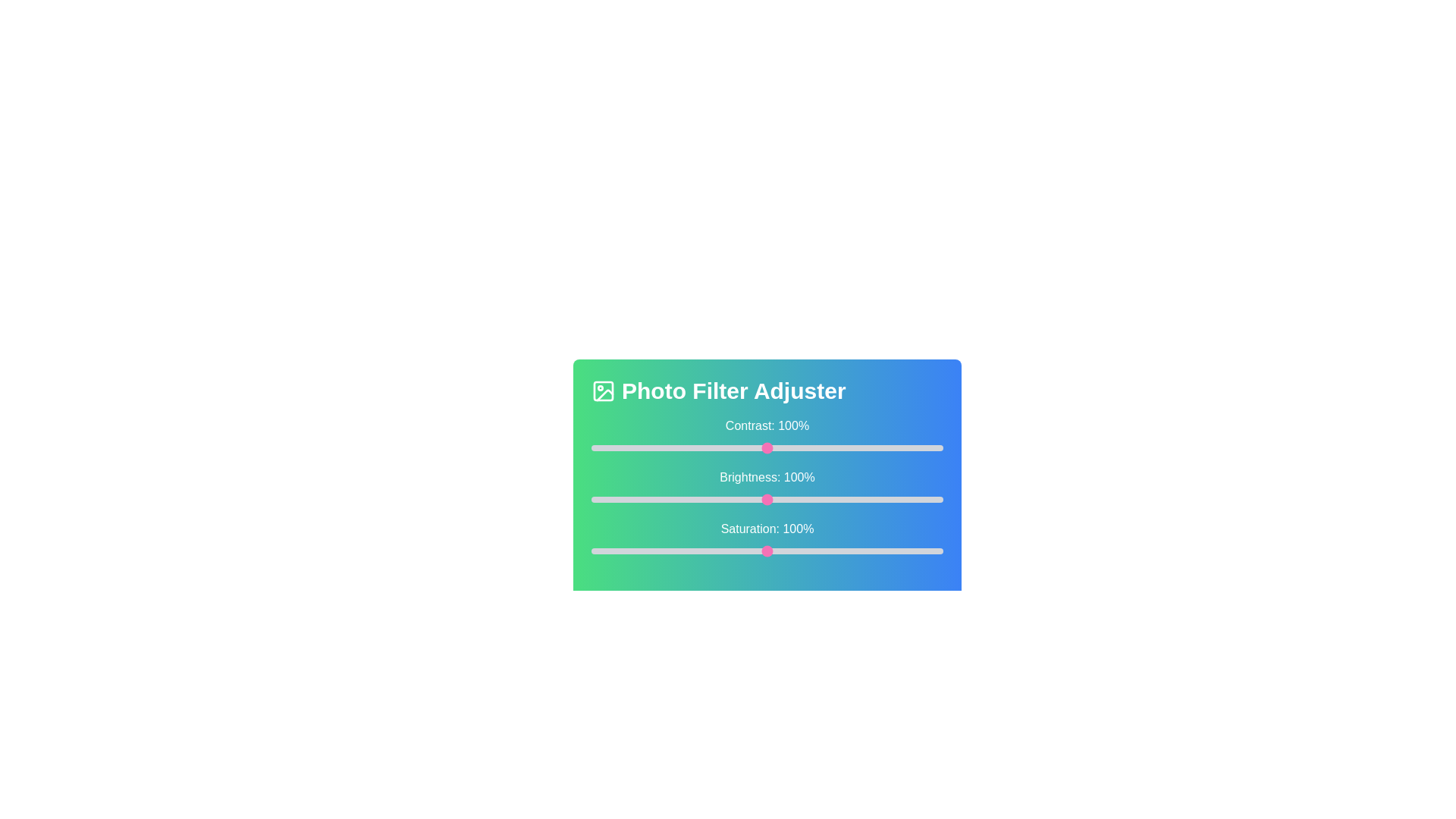 The height and width of the screenshot is (819, 1456). Describe the element at coordinates (656, 551) in the screenshot. I see `the saturation slider to 37%` at that location.